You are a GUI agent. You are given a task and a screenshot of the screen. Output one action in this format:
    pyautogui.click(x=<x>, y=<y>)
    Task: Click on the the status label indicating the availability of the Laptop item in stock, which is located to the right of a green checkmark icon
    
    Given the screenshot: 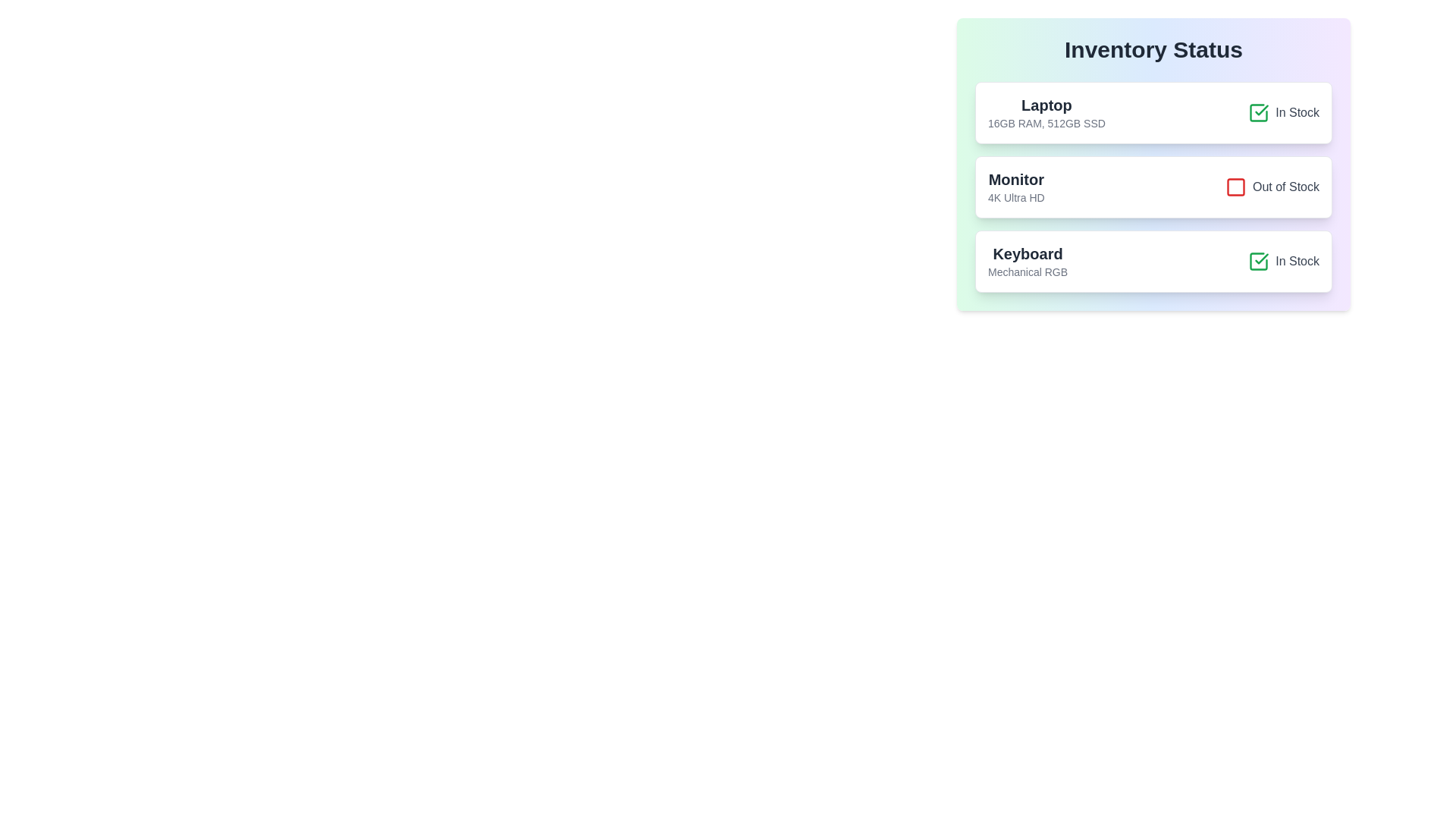 What is the action you would take?
    pyautogui.click(x=1297, y=112)
    